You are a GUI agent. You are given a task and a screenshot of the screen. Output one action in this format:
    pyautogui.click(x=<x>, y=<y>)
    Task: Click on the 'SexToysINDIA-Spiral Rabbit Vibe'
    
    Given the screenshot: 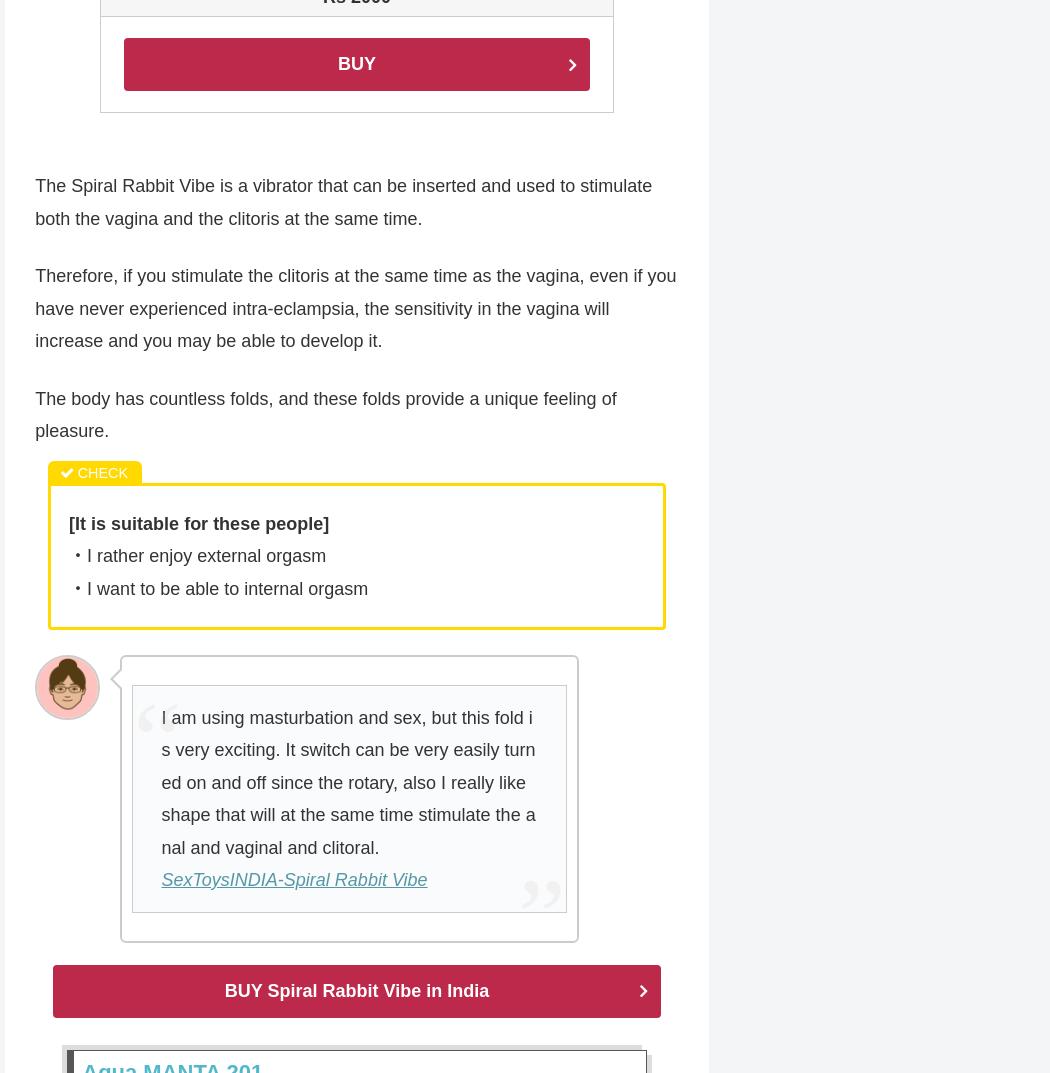 What is the action you would take?
    pyautogui.click(x=293, y=881)
    